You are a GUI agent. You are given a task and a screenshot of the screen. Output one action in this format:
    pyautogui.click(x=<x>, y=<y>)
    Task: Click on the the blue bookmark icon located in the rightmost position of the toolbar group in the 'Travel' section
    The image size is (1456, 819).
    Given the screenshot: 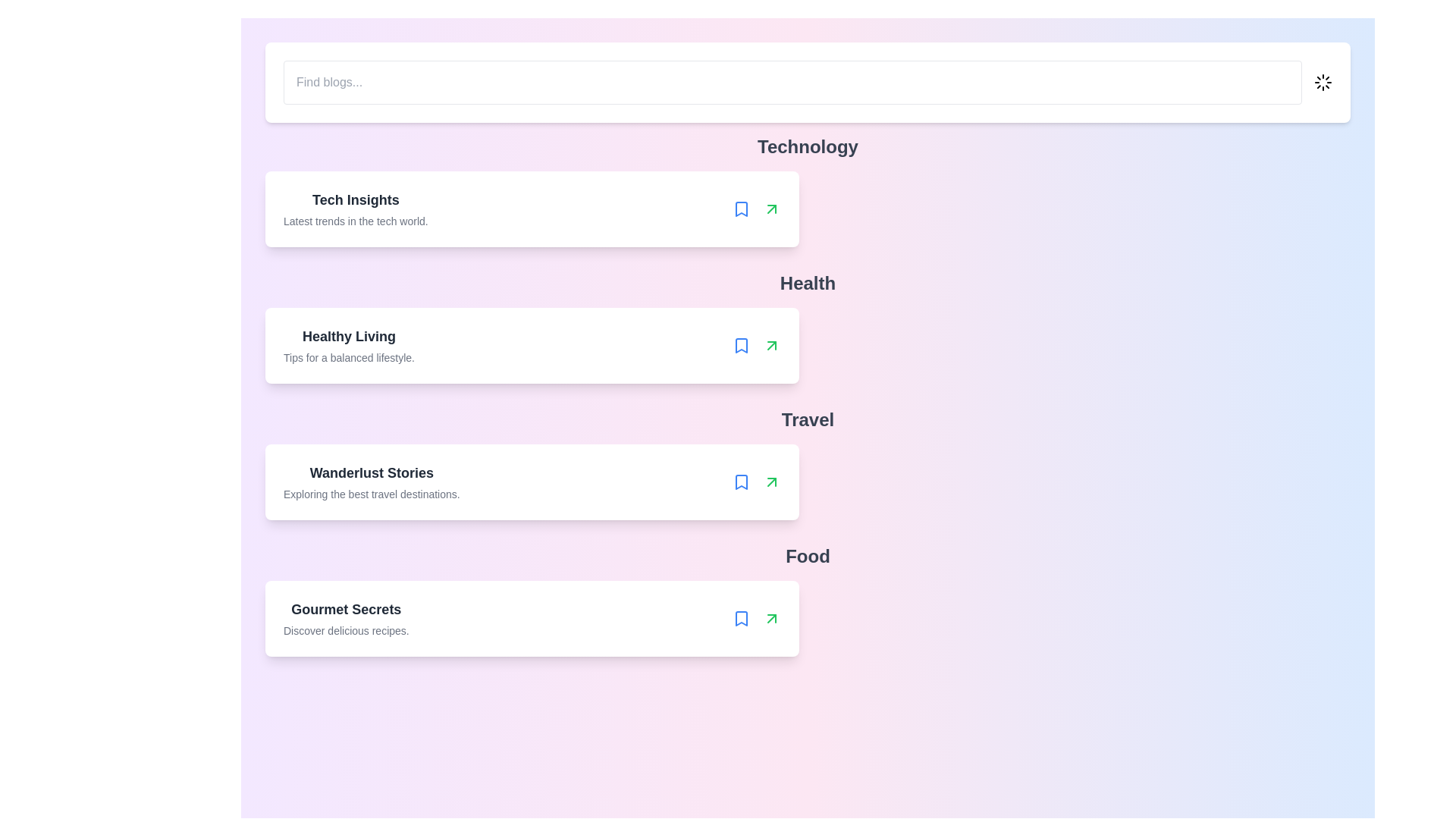 What is the action you would take?
    pyautogui.click(x=741, y=482)
    